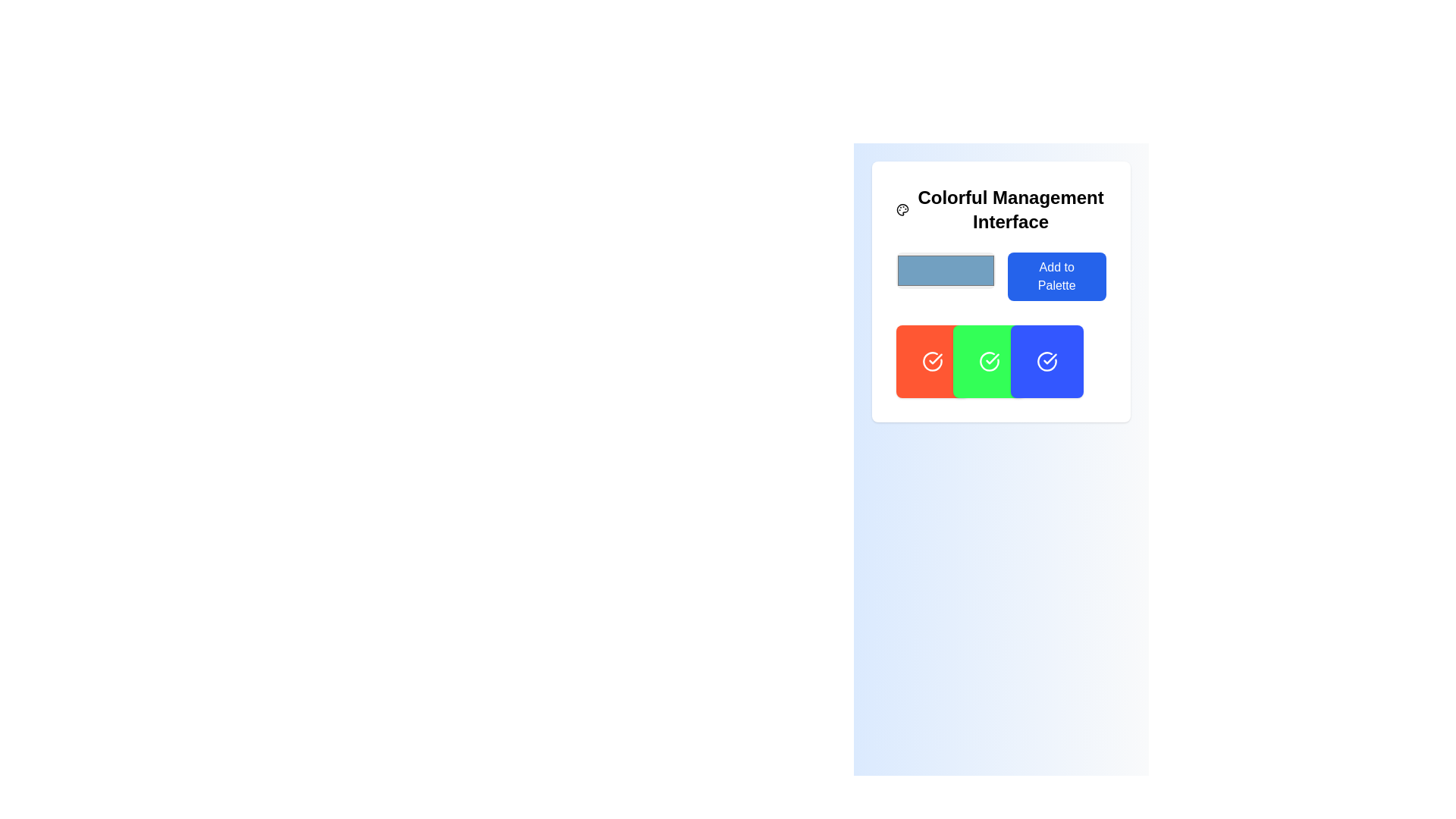 This screenshot has width=1456, height=819. Describe the element at coordinates (931, 362) in the screenshot. I see `the first button in a row of three square buttons, which has a checkmark symbol indicating confirmation or completion` at that location.